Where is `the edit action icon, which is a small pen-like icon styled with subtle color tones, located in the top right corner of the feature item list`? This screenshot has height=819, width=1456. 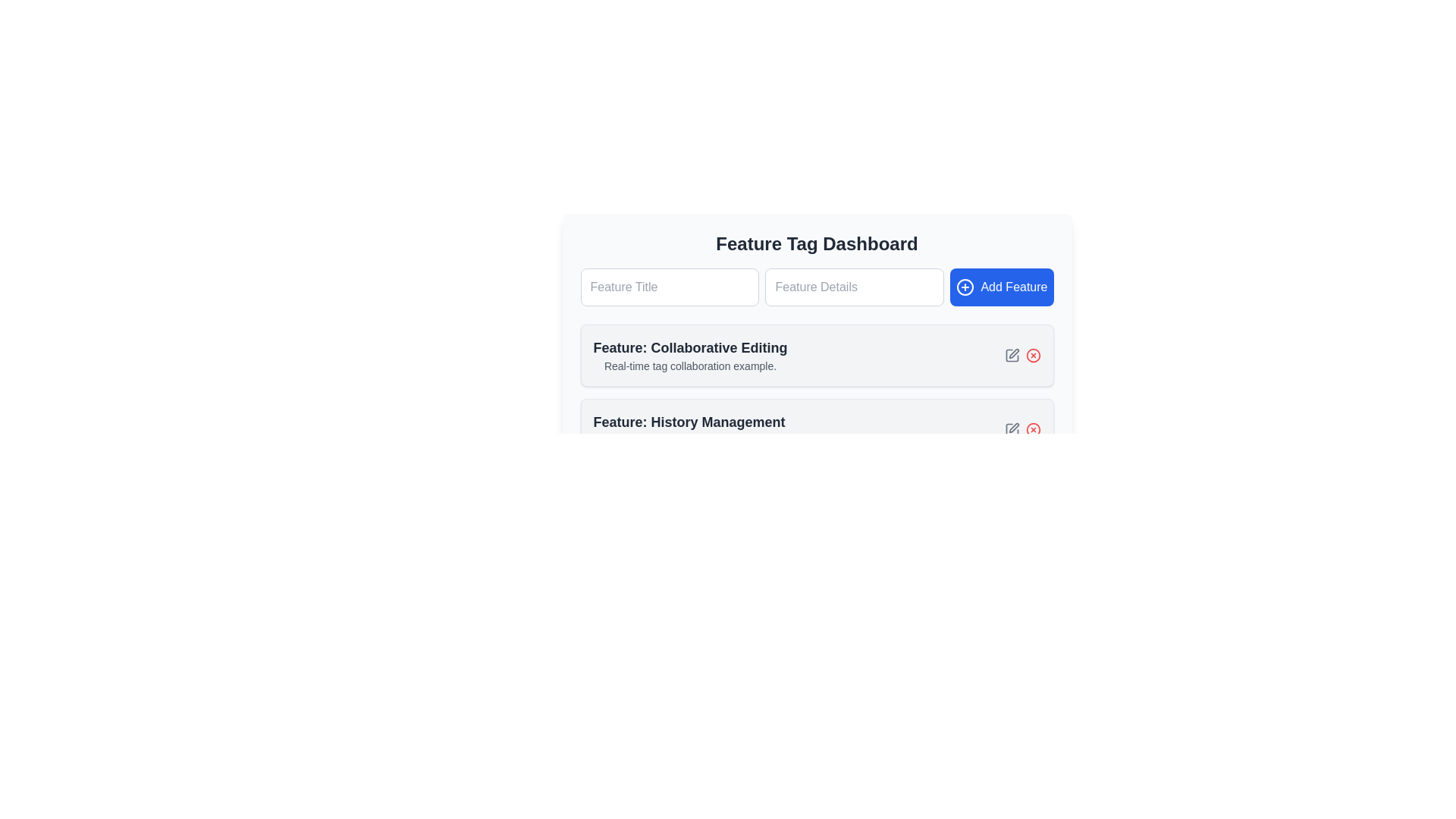 the edit action icon, which is a small pen-like icon styled with subtle color tones, located in the top right corner of the feature item list is located at coordinates (1014, 428).